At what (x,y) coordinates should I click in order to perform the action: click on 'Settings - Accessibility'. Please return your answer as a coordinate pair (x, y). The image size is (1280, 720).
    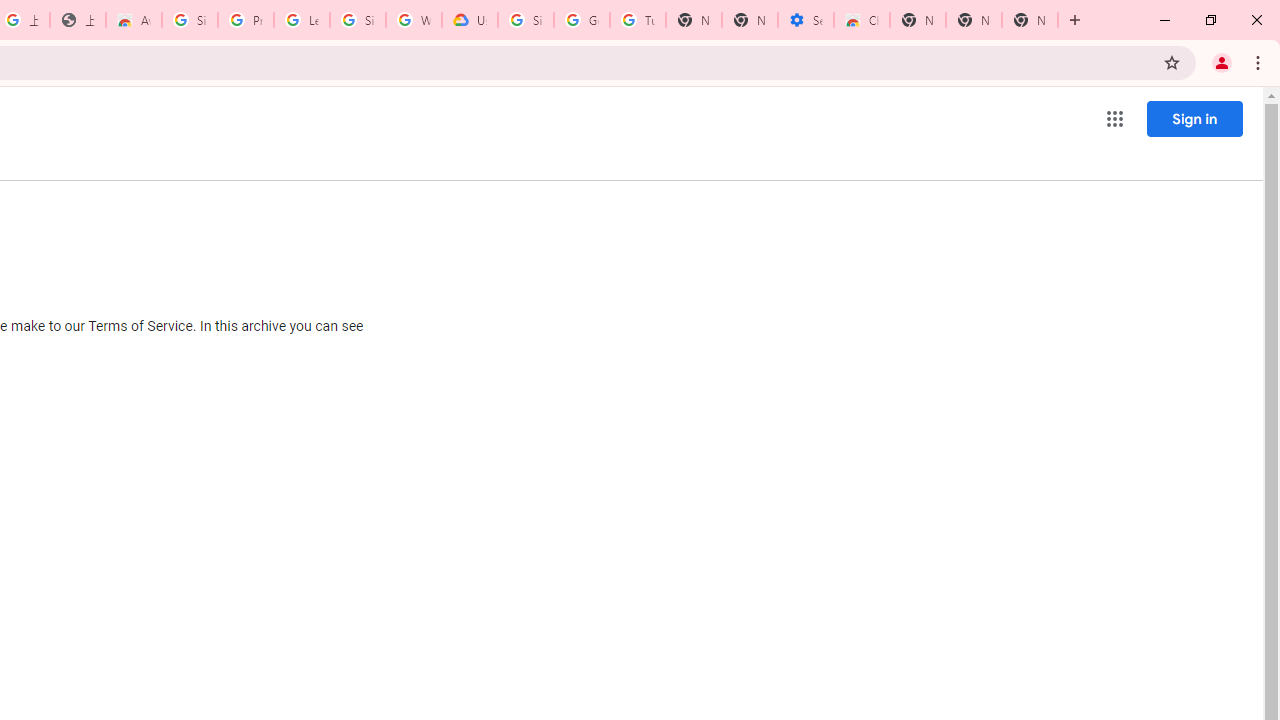
    Looking at the image, I should click on (806, 20).